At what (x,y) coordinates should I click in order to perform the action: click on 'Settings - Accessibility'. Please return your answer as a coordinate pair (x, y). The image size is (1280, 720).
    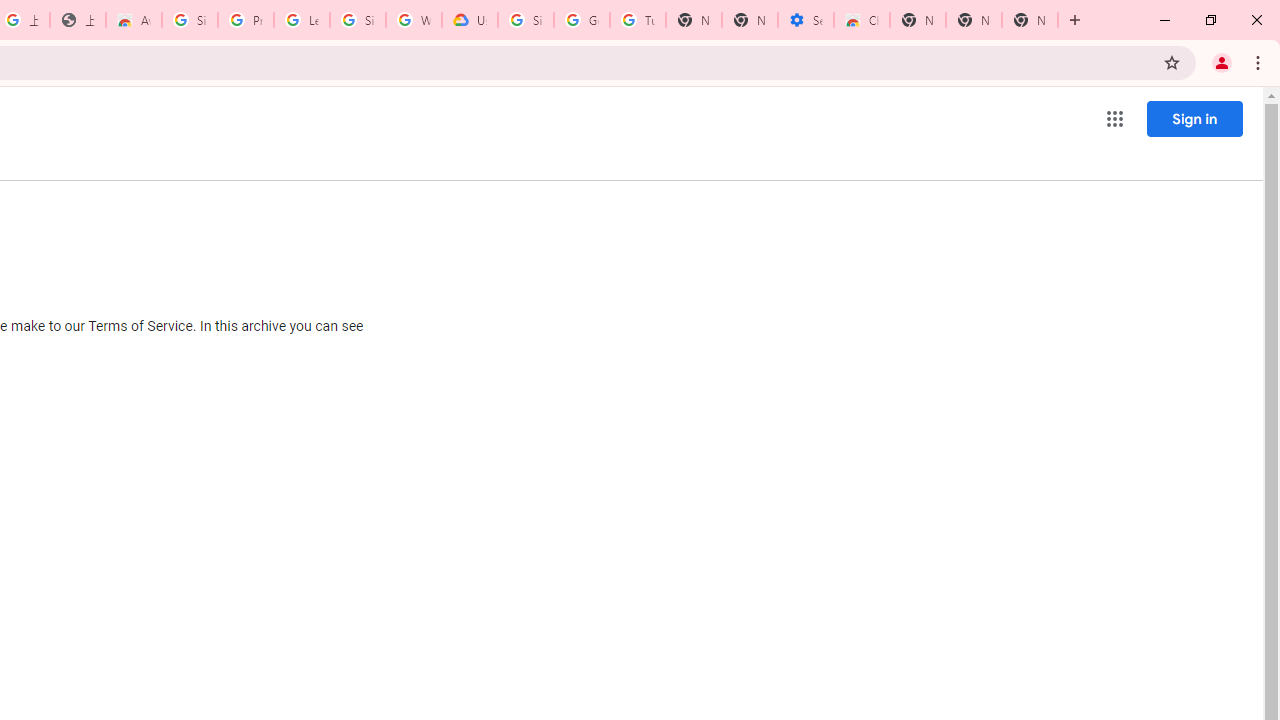
    Looking at the image, I should click on (806, 20).